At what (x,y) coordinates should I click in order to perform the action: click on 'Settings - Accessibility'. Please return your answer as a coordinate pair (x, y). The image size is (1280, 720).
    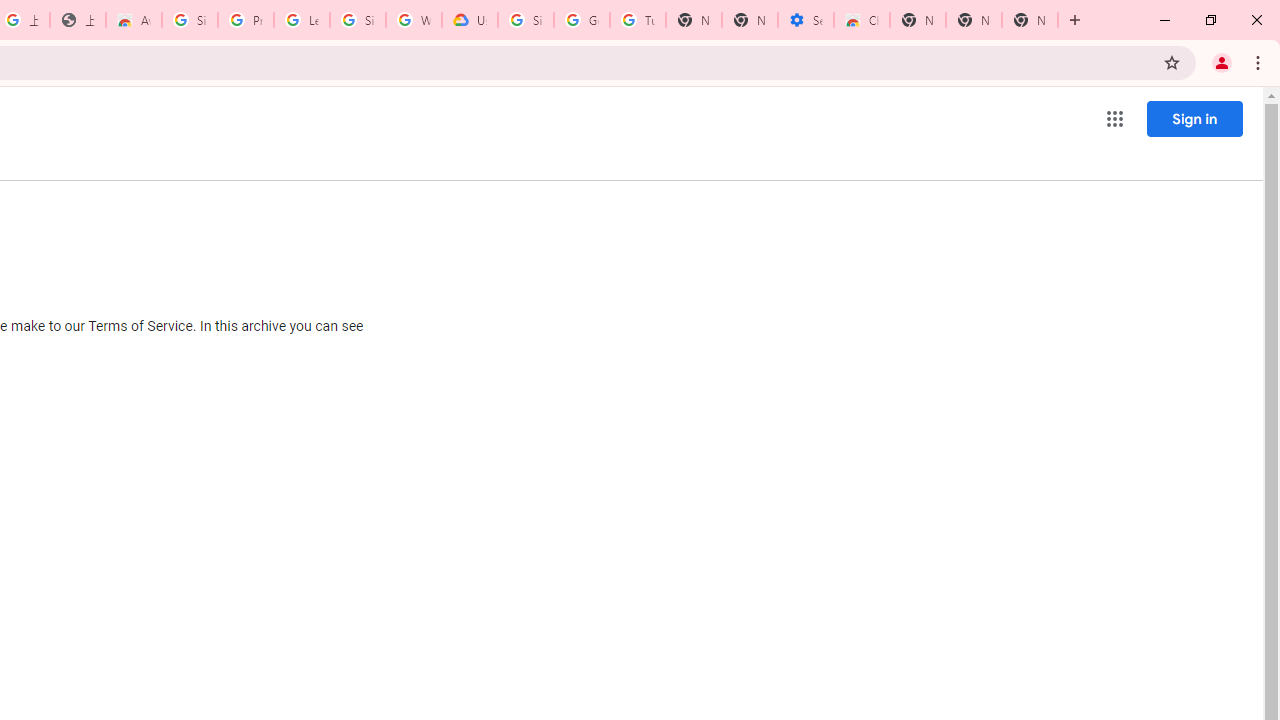
    Looking at the image, I should click on (806, 20).